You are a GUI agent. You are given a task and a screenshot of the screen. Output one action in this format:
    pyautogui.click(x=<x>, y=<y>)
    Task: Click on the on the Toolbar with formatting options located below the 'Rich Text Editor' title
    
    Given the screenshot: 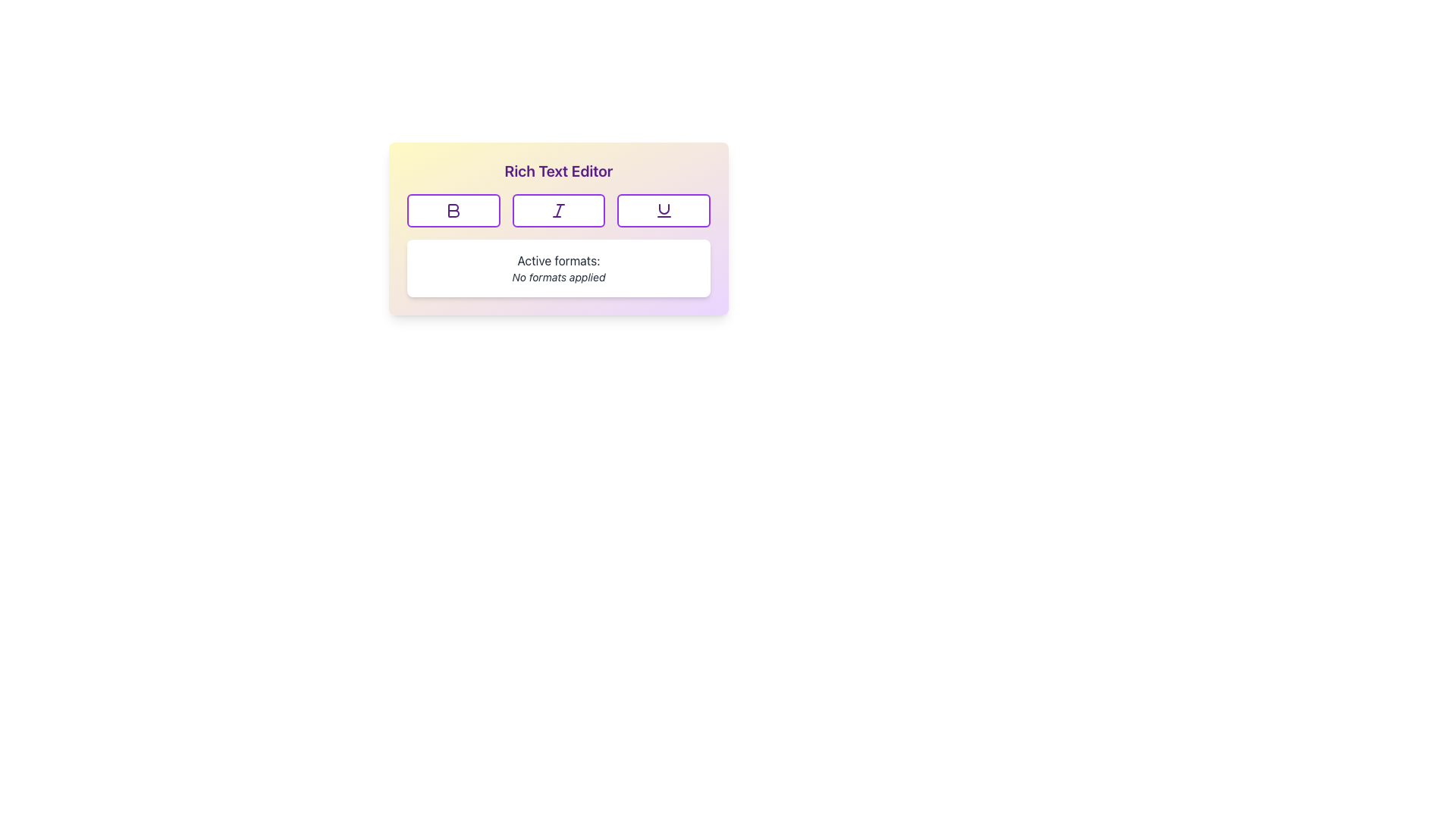 What is the action you would take?
    pyautogui.click(x=558, y=210)
    